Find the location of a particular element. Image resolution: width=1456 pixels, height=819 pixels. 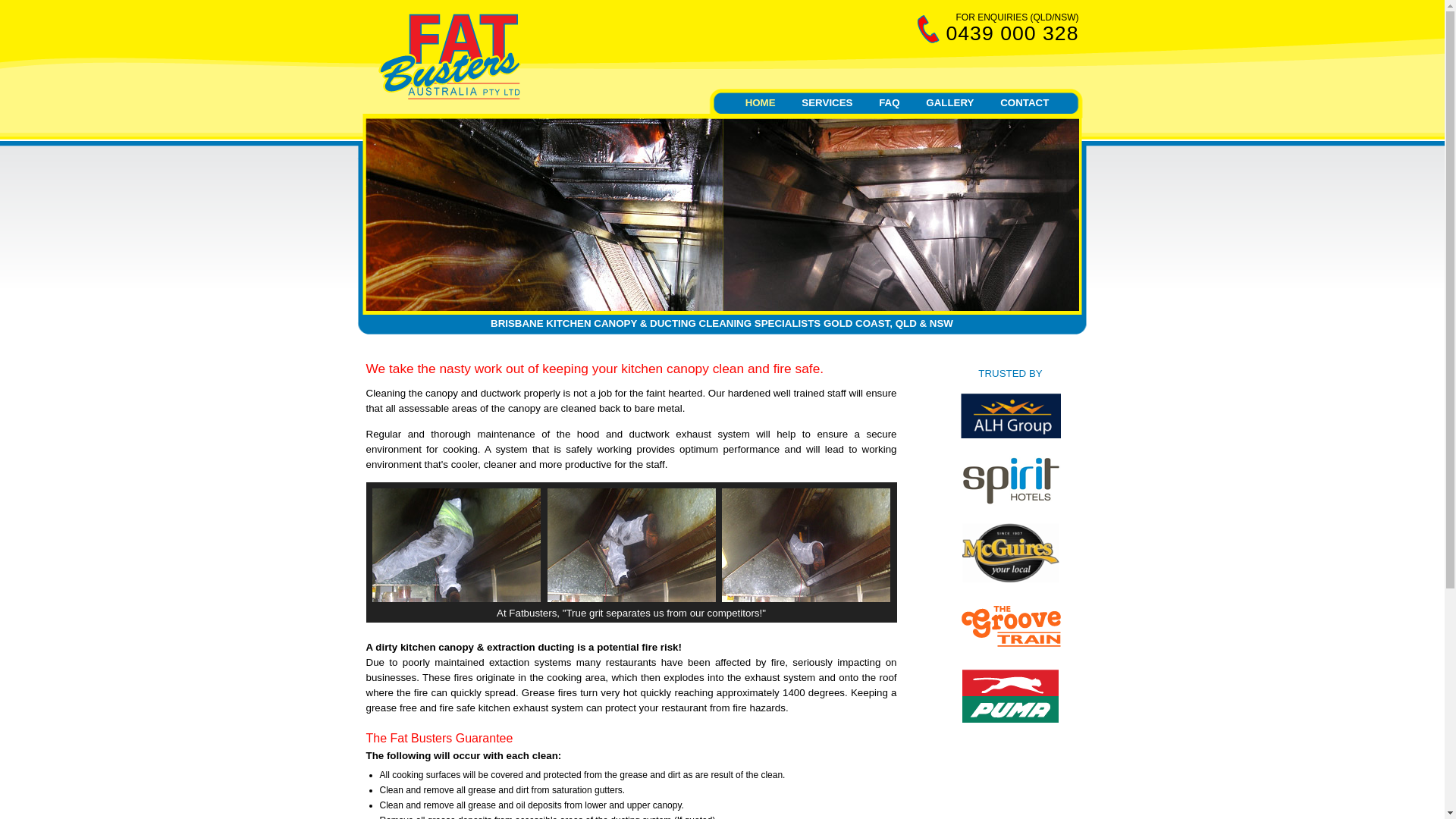

'GALLERY' is located at coordinates (949, 102).